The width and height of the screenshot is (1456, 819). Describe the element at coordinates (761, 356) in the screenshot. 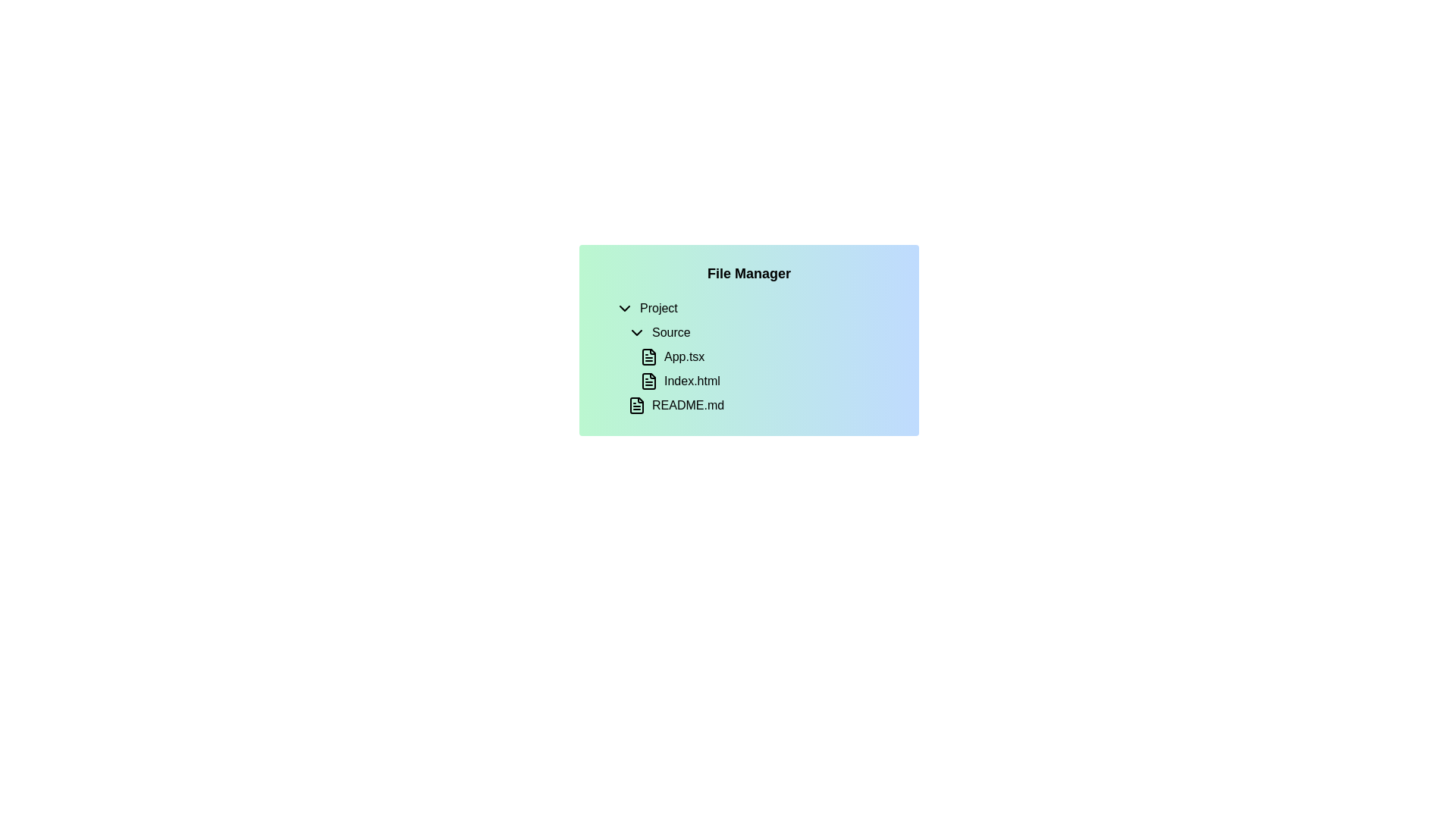

I see `the file entry labeled 'App.tsx' in the file manager located under the 'Source' section` at that location.